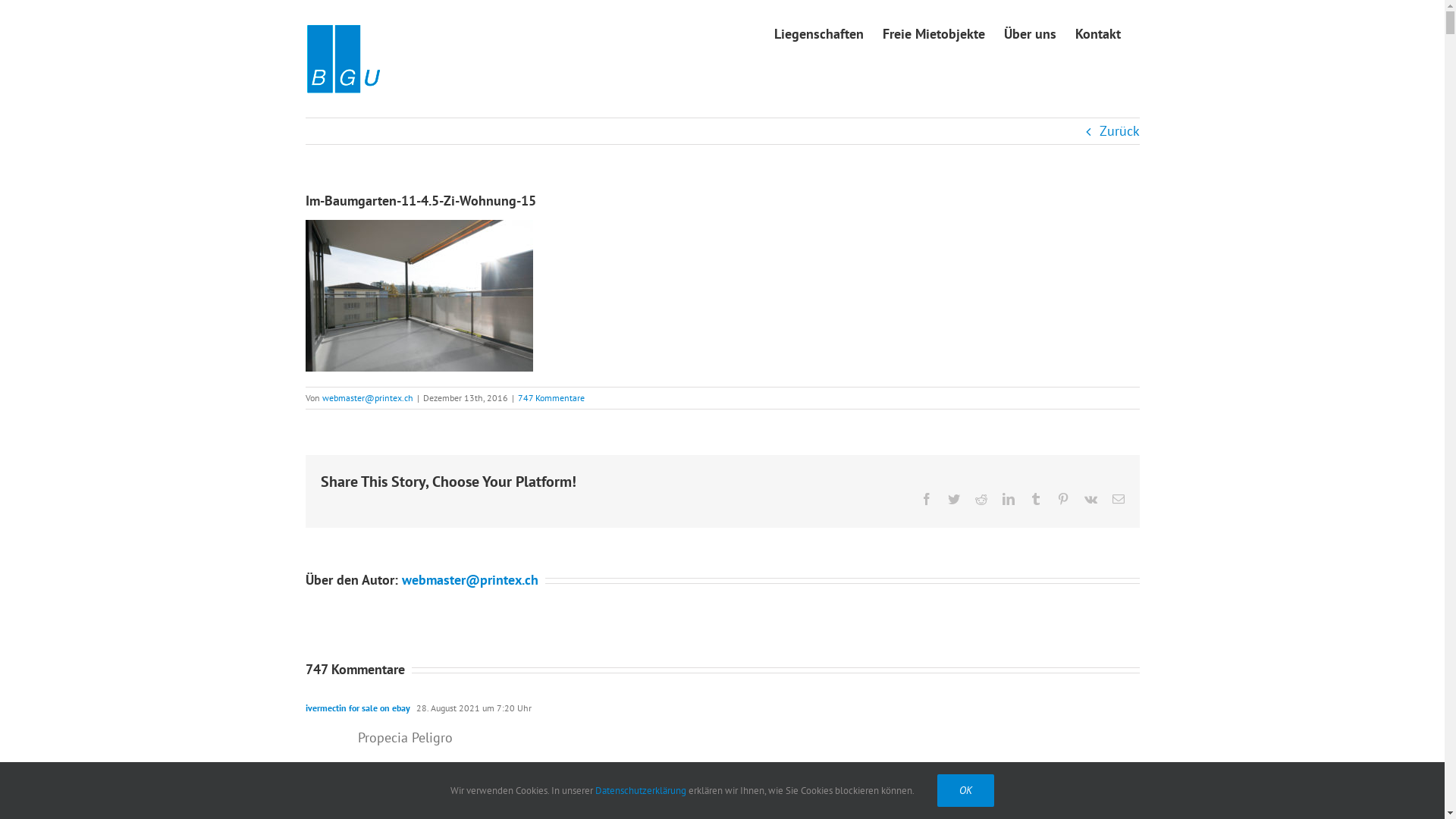 This screenshot has width=1456, height=819. I want to click on 'Pinterest', so click(1062, 499).